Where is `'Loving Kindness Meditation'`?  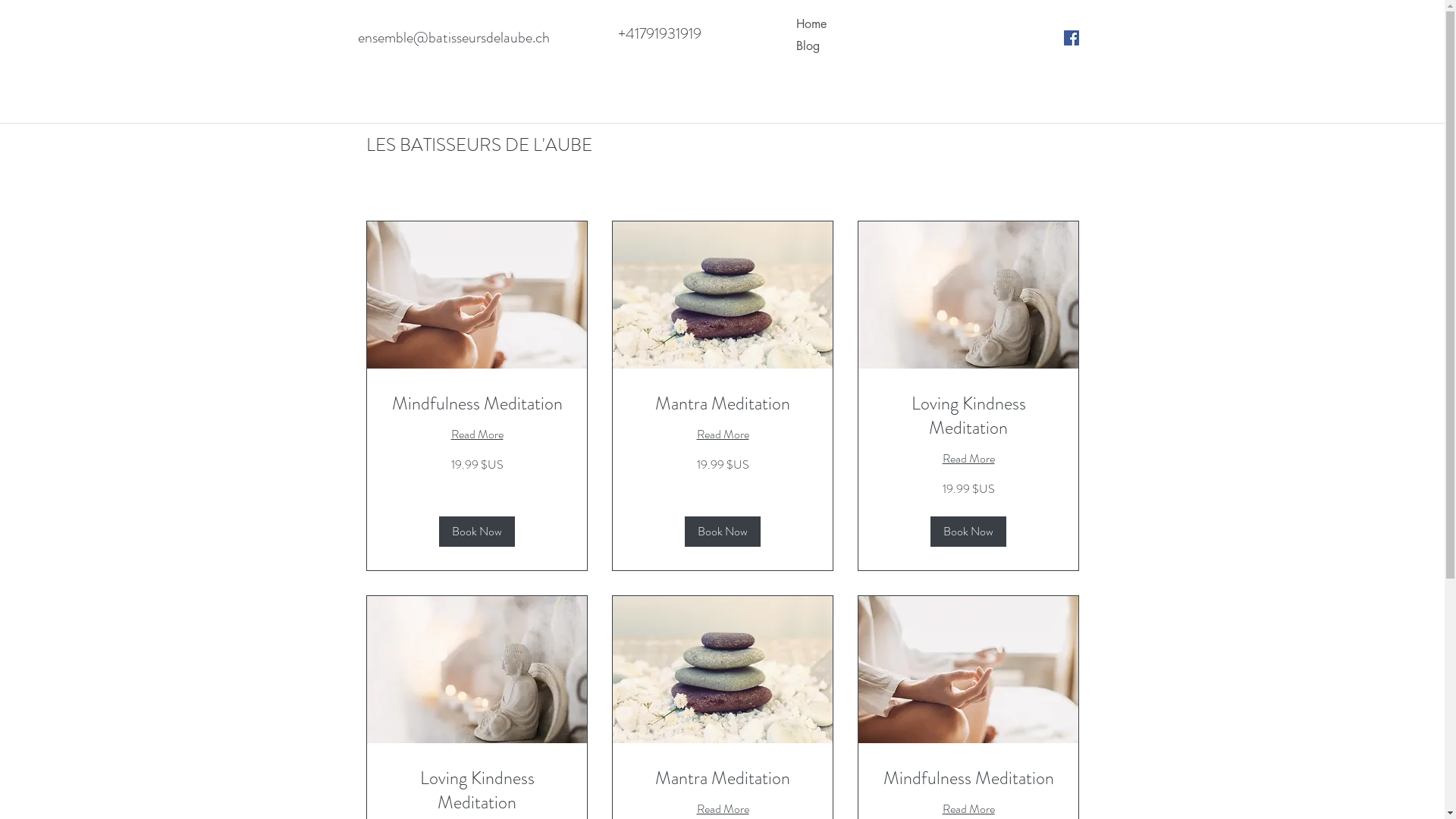
'Loving Kindness Meditation' is located at coordinates (967, 416).